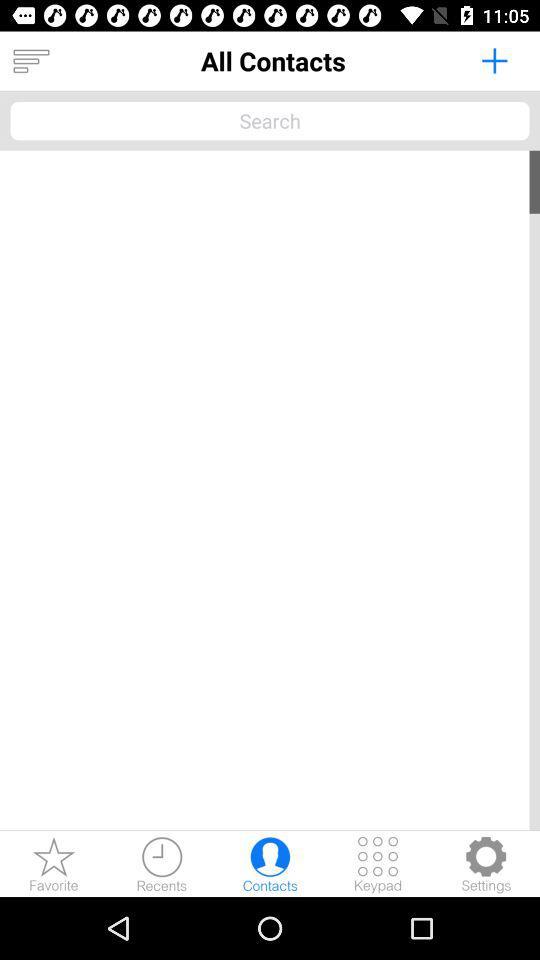 The image size is (540, 960). What do you see at coordinates (161, 863) in the screenshot?
I see `switch to recents tab` at bounding box center [161, 863].